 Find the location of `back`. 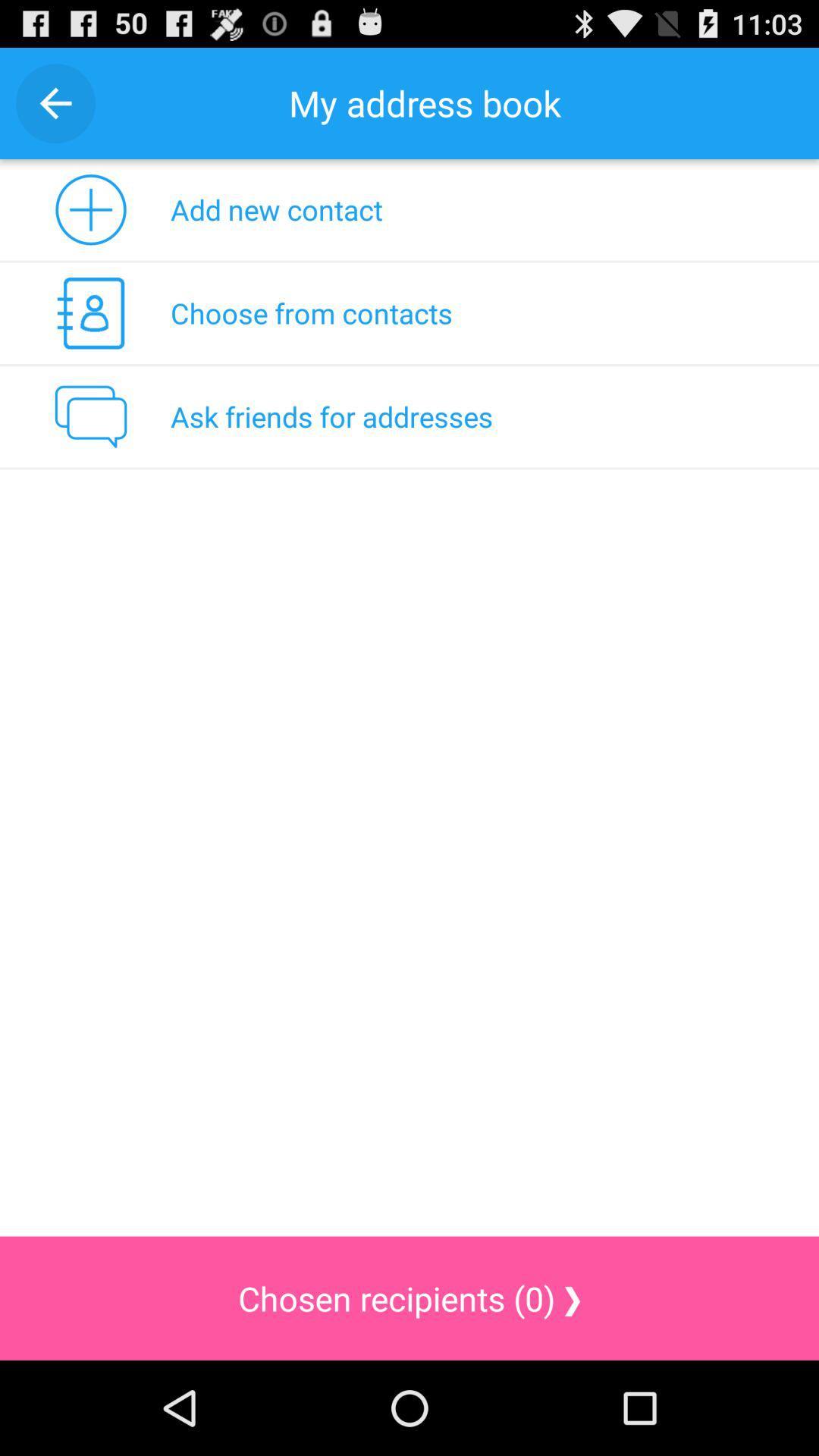

back is located at coordinates (55, 102).